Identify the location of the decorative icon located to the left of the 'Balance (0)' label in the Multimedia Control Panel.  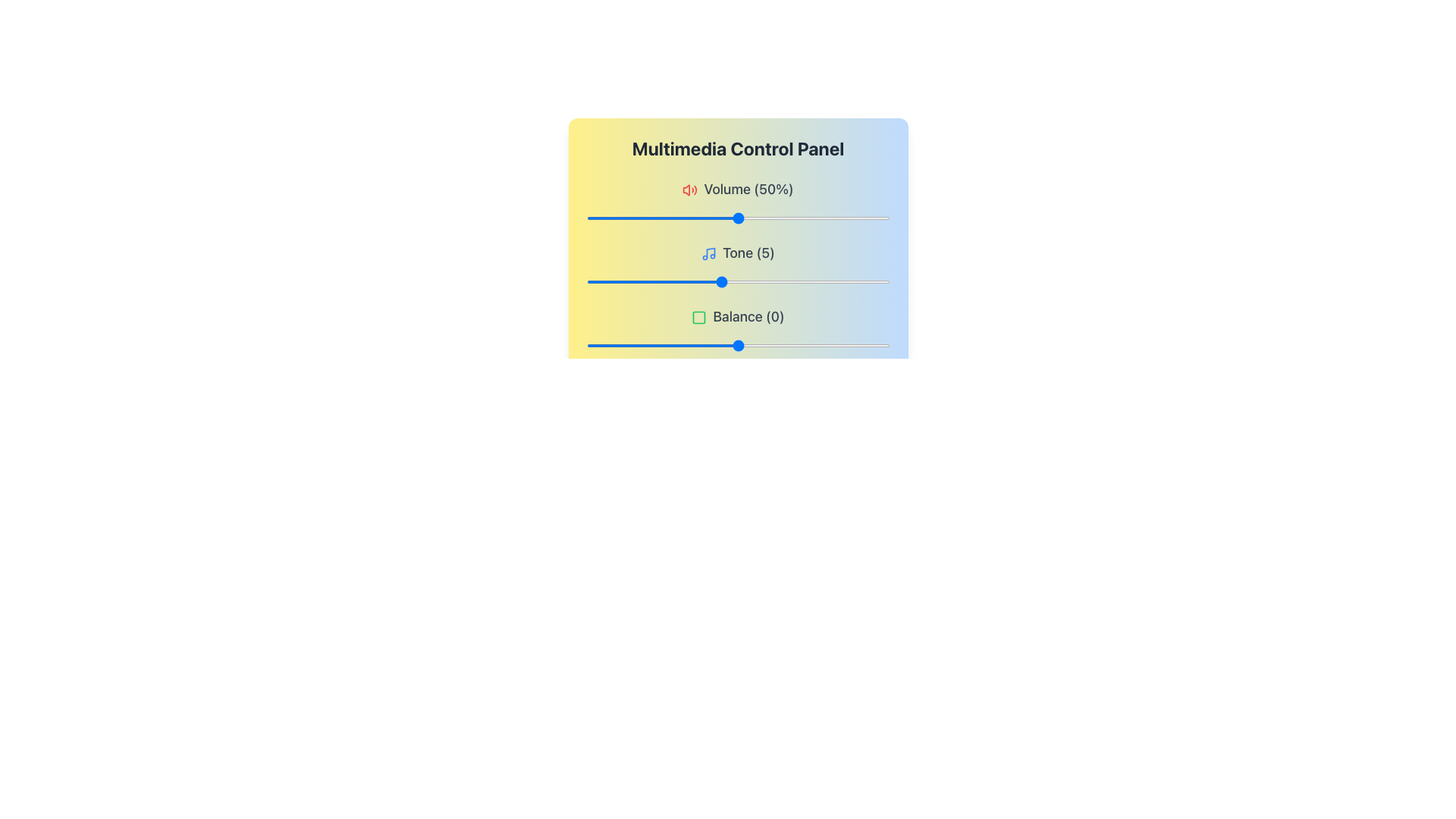
(698, 317).